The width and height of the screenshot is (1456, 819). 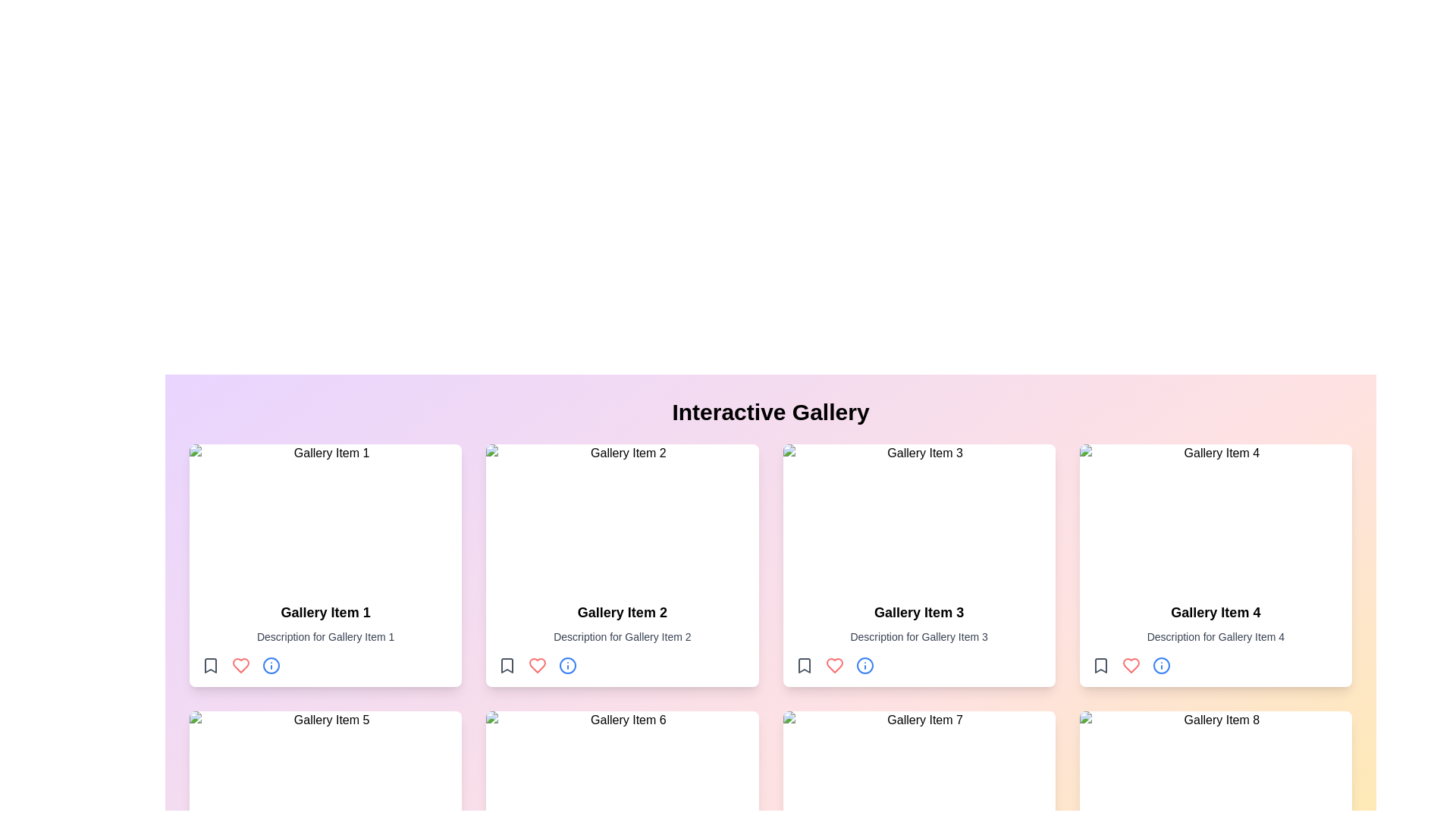 I want to click on the information icon located in the horizontal action bar at the bottom of the first gallery card, which is the third icon from the left, so click(x=271, y=665).